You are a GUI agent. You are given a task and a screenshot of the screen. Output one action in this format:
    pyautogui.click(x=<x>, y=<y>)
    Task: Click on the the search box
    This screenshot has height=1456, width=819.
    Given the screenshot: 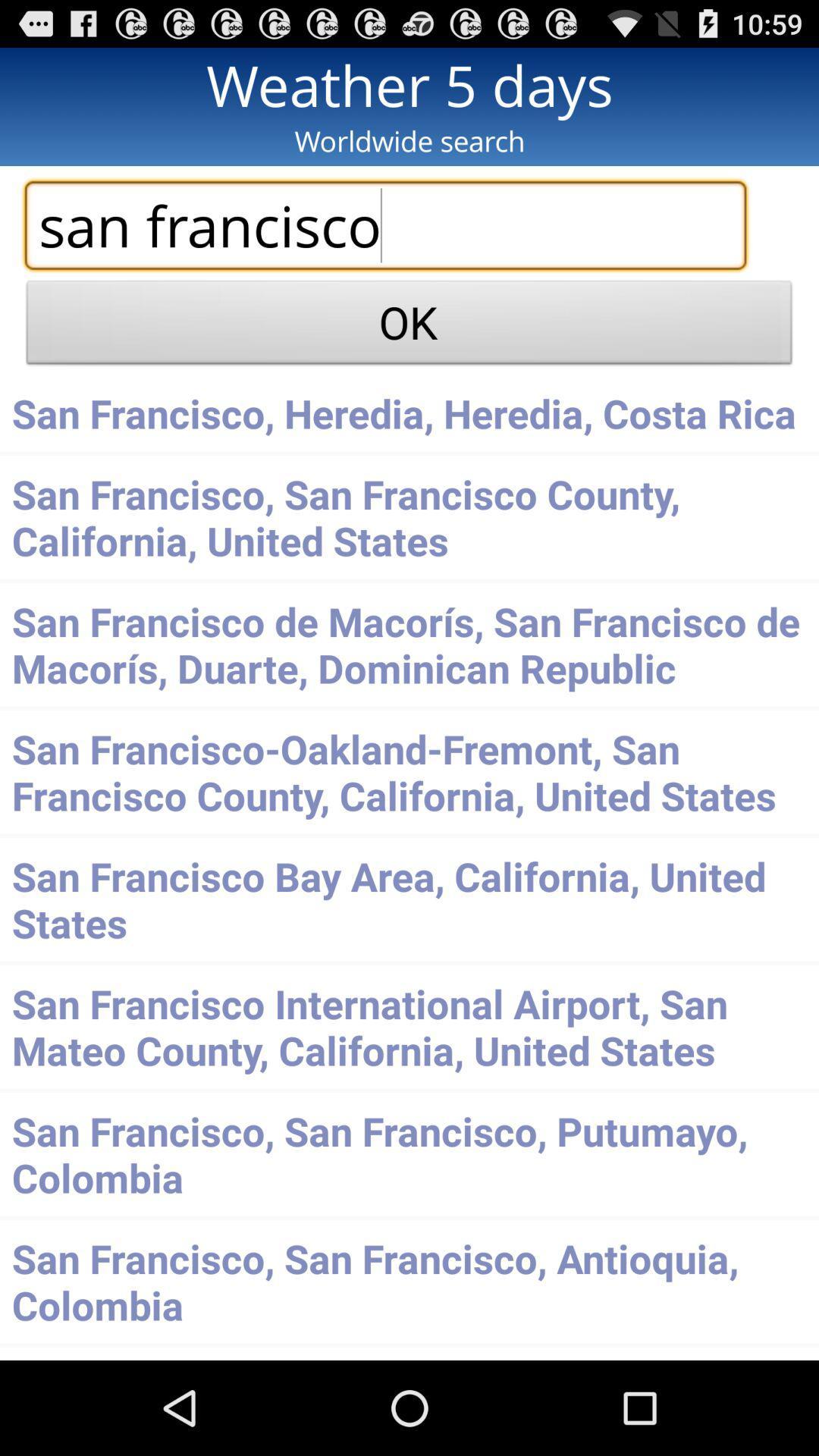 What is the action you would take?
    pyautogui.click(x=384, y=224)
    